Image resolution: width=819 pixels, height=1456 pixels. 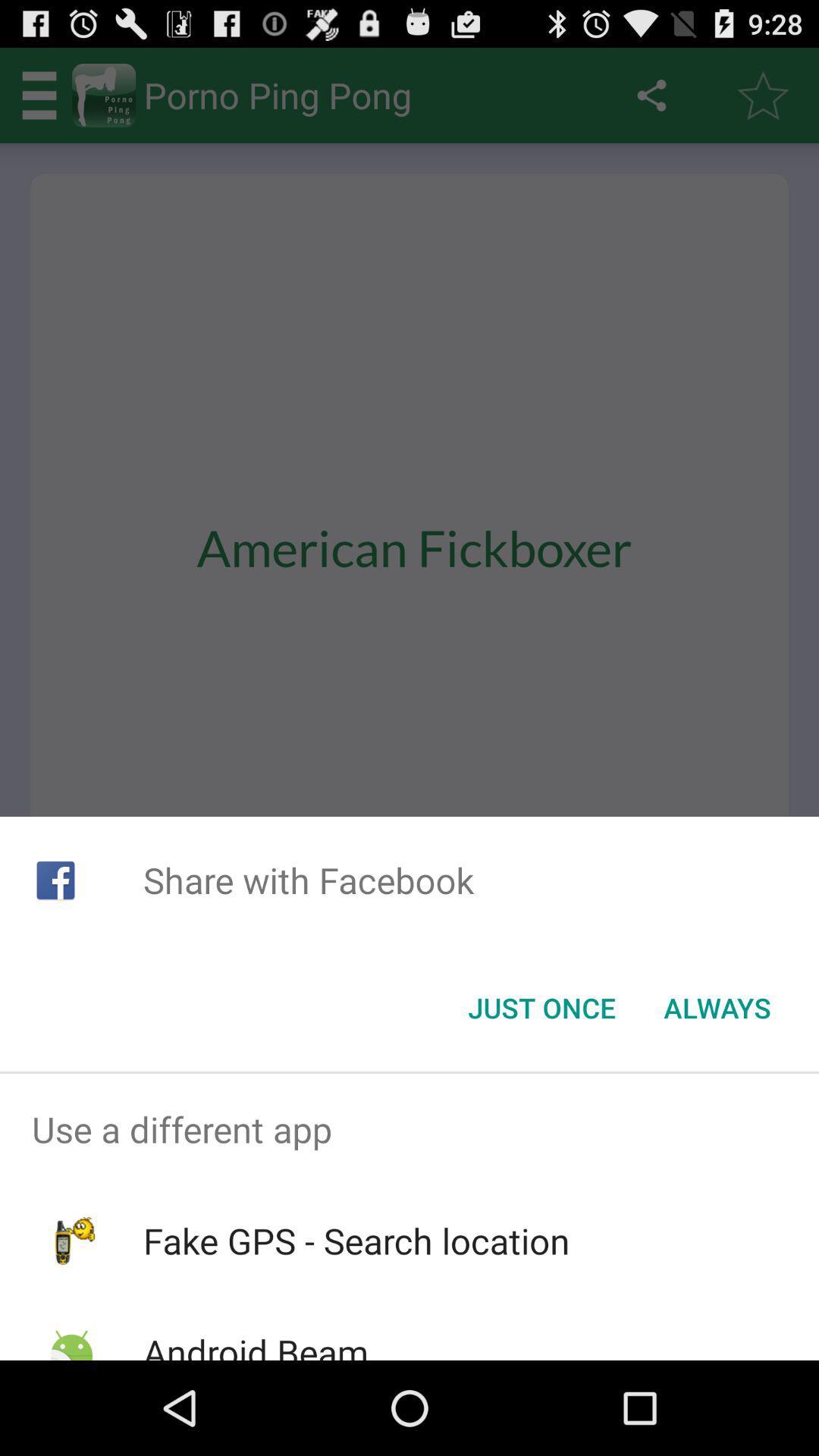 I want to click on icon below the share with facebook, so click(x=717, y=1008).